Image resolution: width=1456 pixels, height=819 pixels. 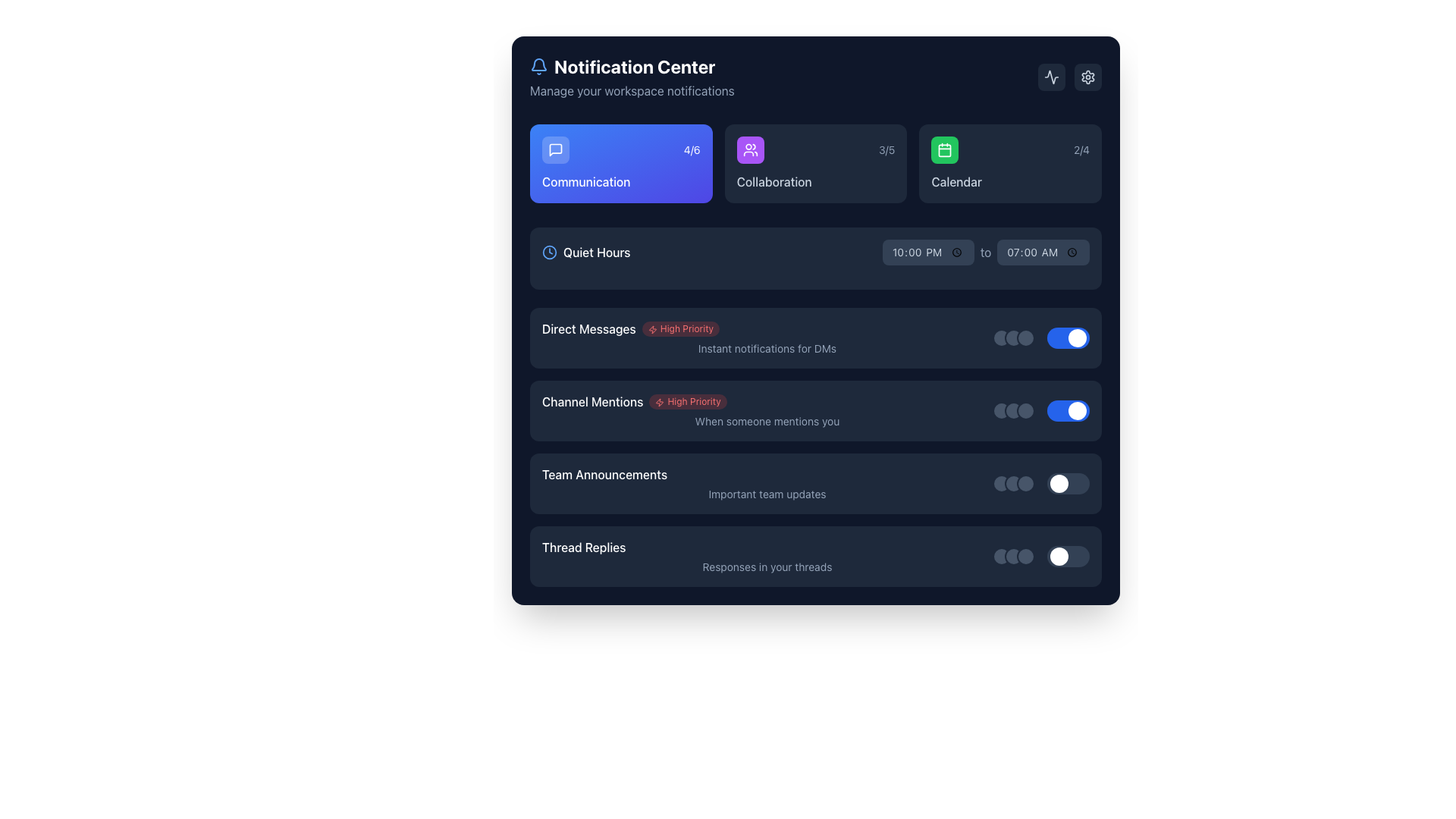 What do you see at coordinates (621, 180) in the screenshot?
I see `the text label indicating 'Communication' located in the second row of a card, positioned below the '4/6' statistic` at bounding box center [621, 180].